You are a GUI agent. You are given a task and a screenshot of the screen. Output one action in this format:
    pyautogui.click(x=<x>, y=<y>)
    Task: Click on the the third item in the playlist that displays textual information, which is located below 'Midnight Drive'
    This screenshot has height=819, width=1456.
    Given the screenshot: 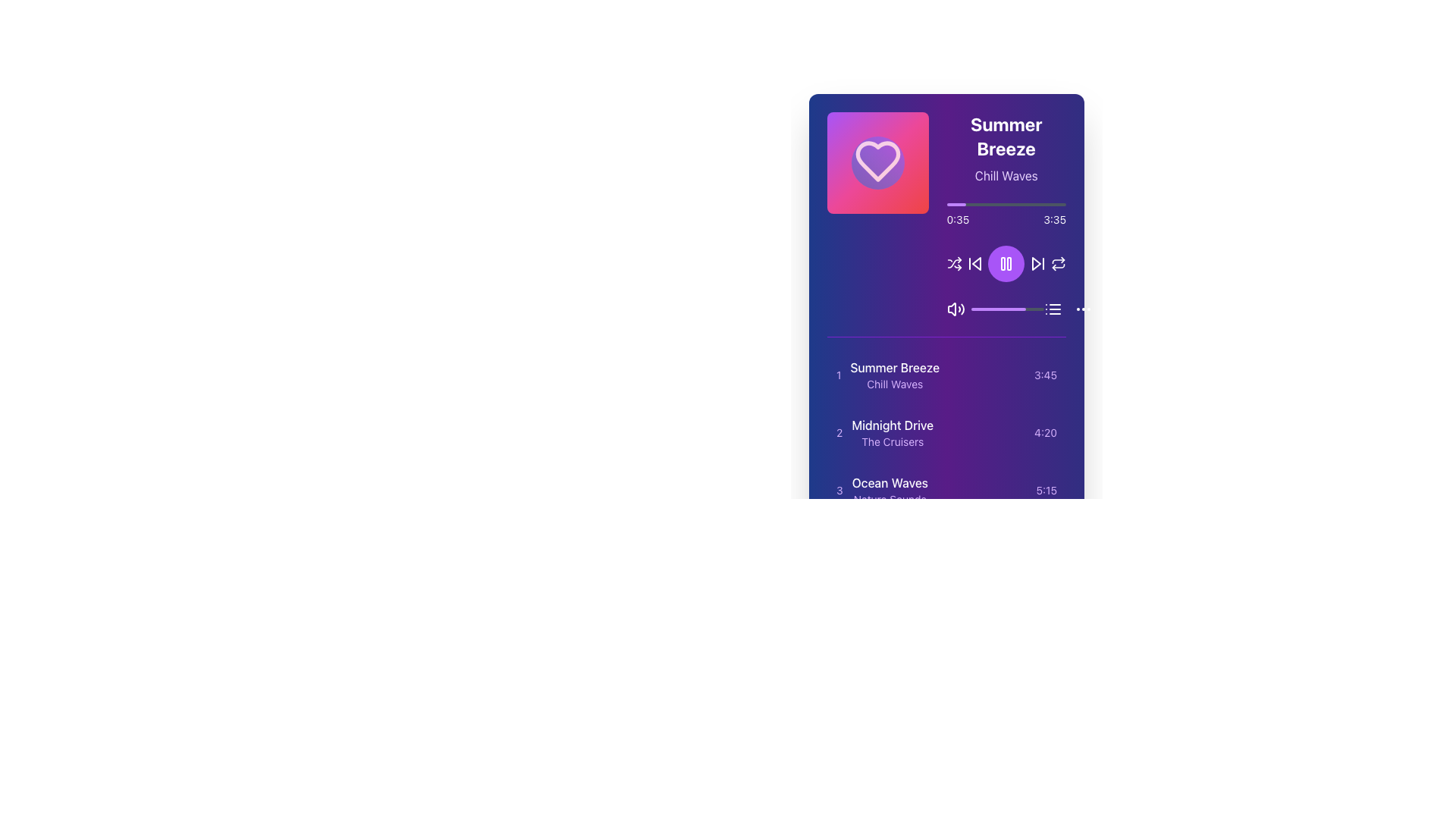 What is the action you would take?
    pyautogui.click(x=882, y=491)
    